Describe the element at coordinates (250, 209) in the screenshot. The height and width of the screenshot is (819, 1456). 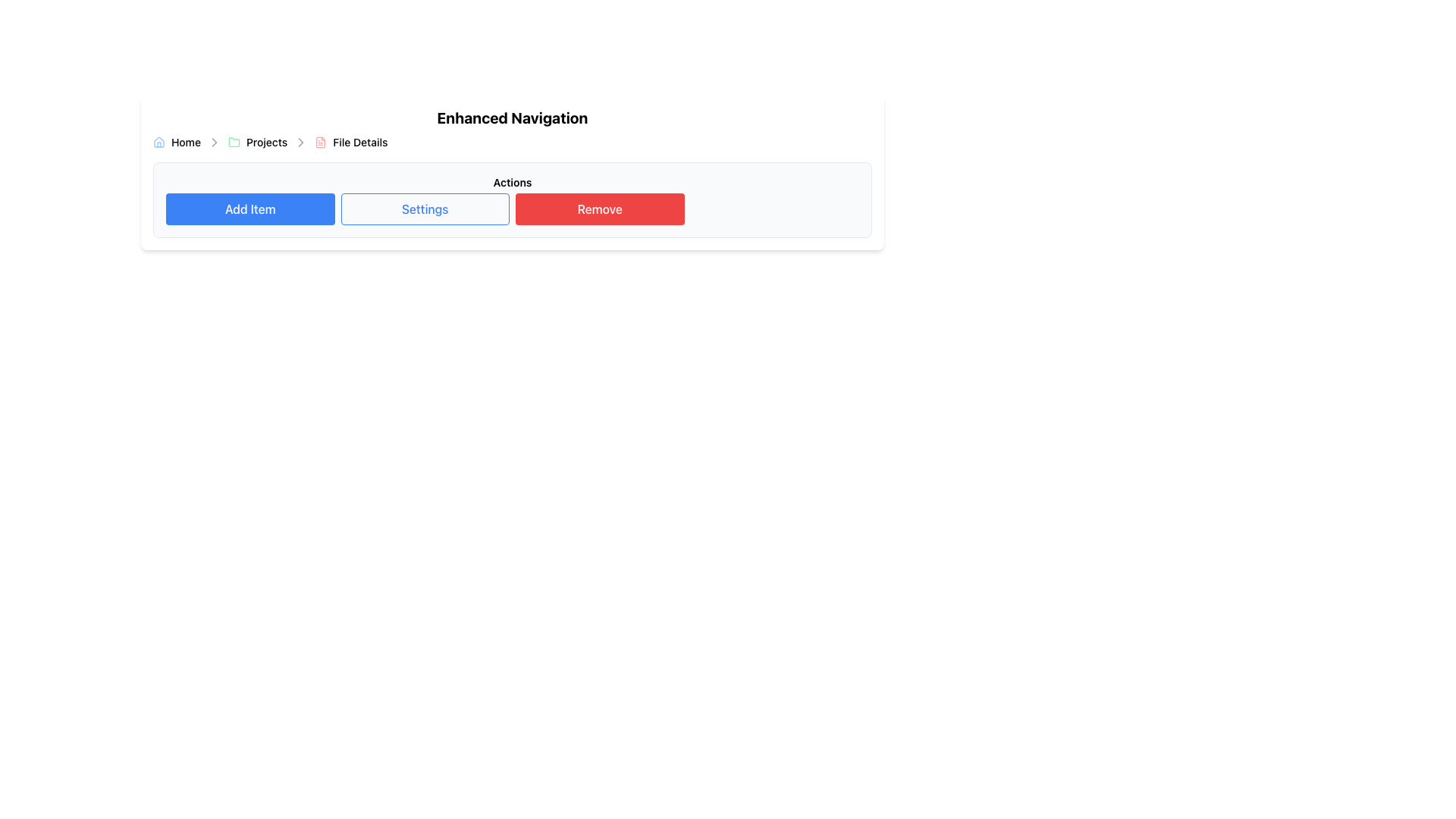
I see `the first button in the horizontal row of three buttons, which is intended for adding an item` at that location.